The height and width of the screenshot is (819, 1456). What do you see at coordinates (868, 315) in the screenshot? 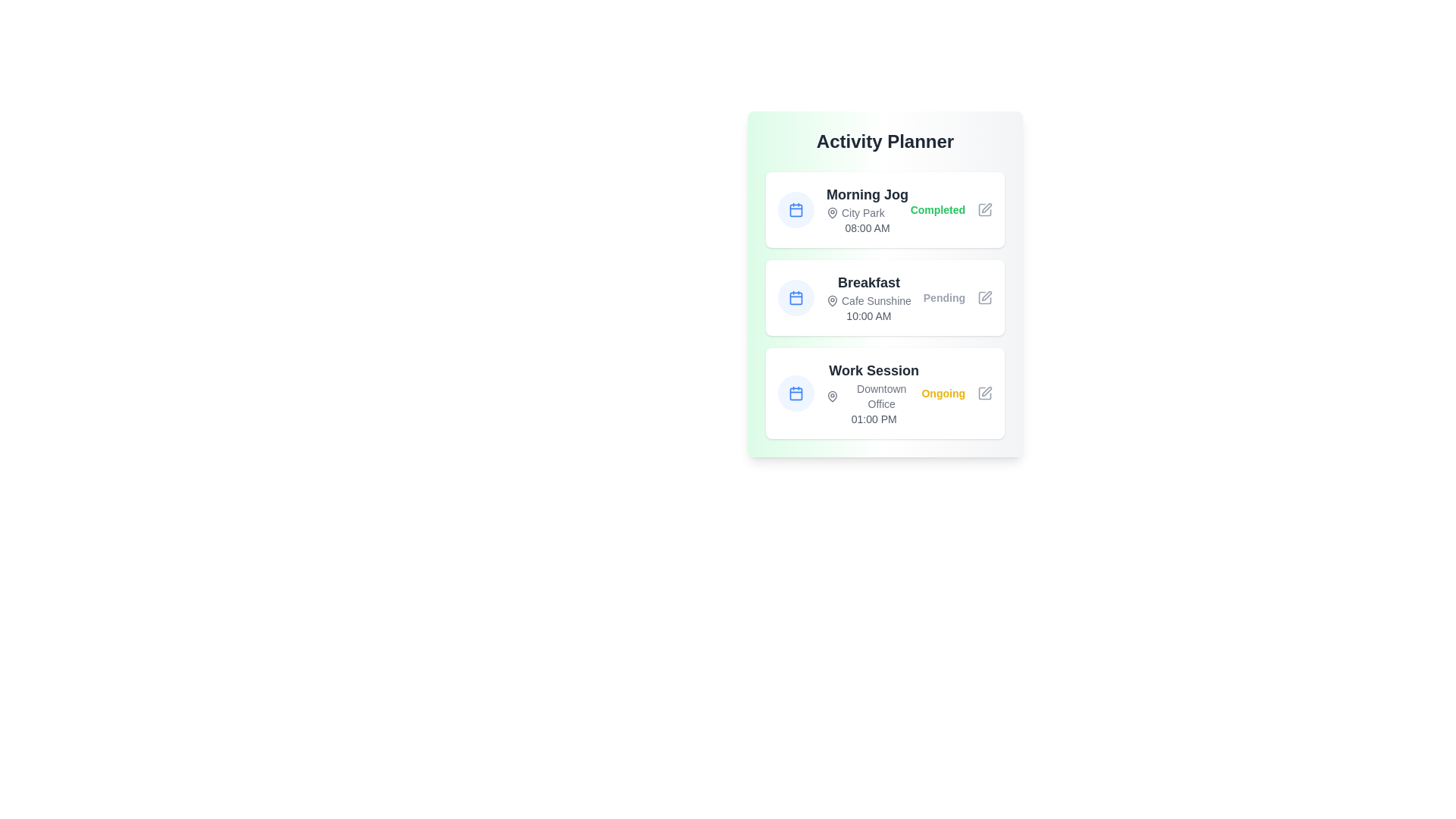
I see `the text indicating the scheduled time for the 'Breakfast' activity, which is located beneath the 'Cafe Sunshine' text within the 'Breakfast' area of the planner` at bounding box center [868, 315].